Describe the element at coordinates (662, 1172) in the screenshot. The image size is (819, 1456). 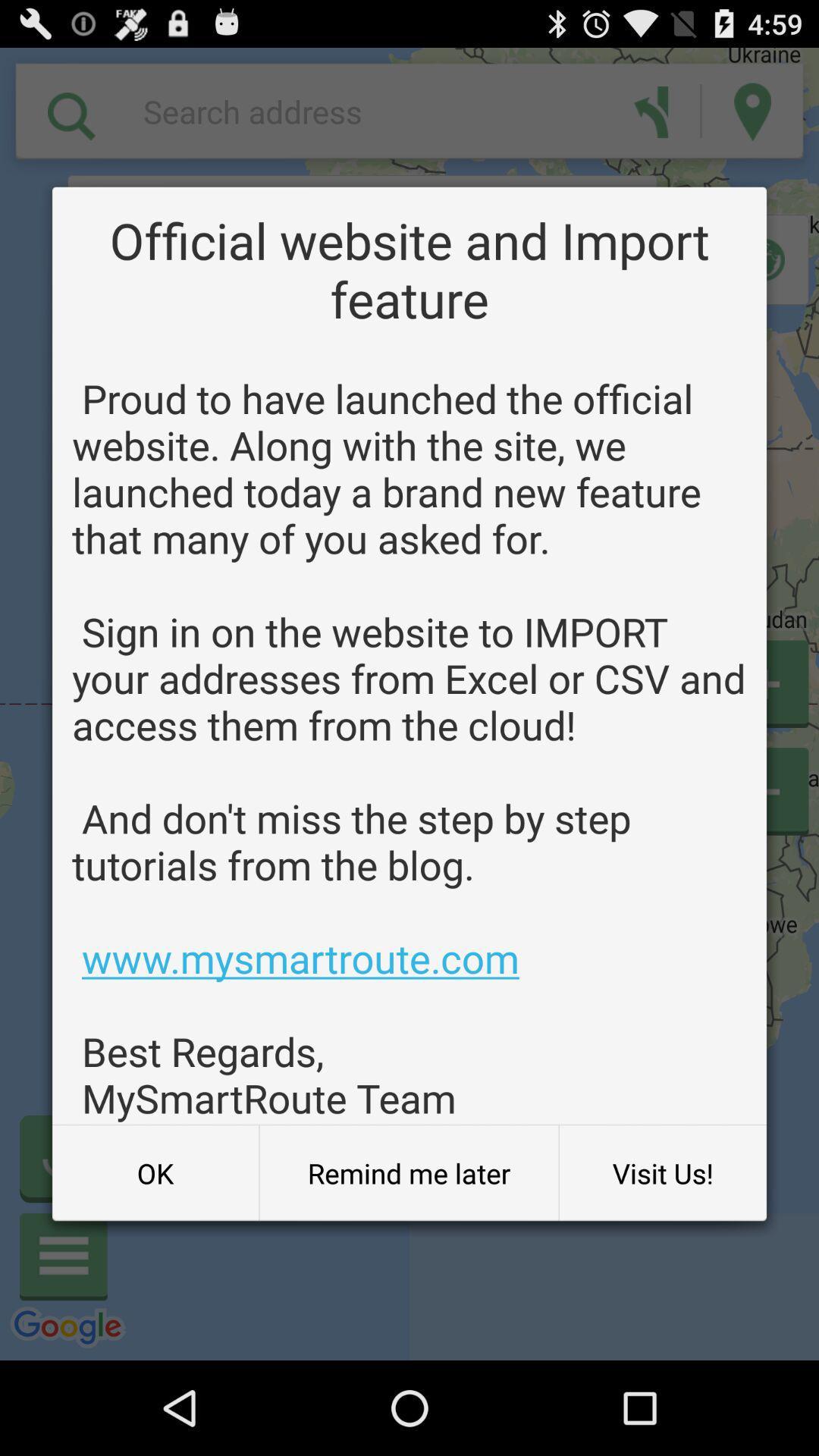
I see `the visit us!` at that location.